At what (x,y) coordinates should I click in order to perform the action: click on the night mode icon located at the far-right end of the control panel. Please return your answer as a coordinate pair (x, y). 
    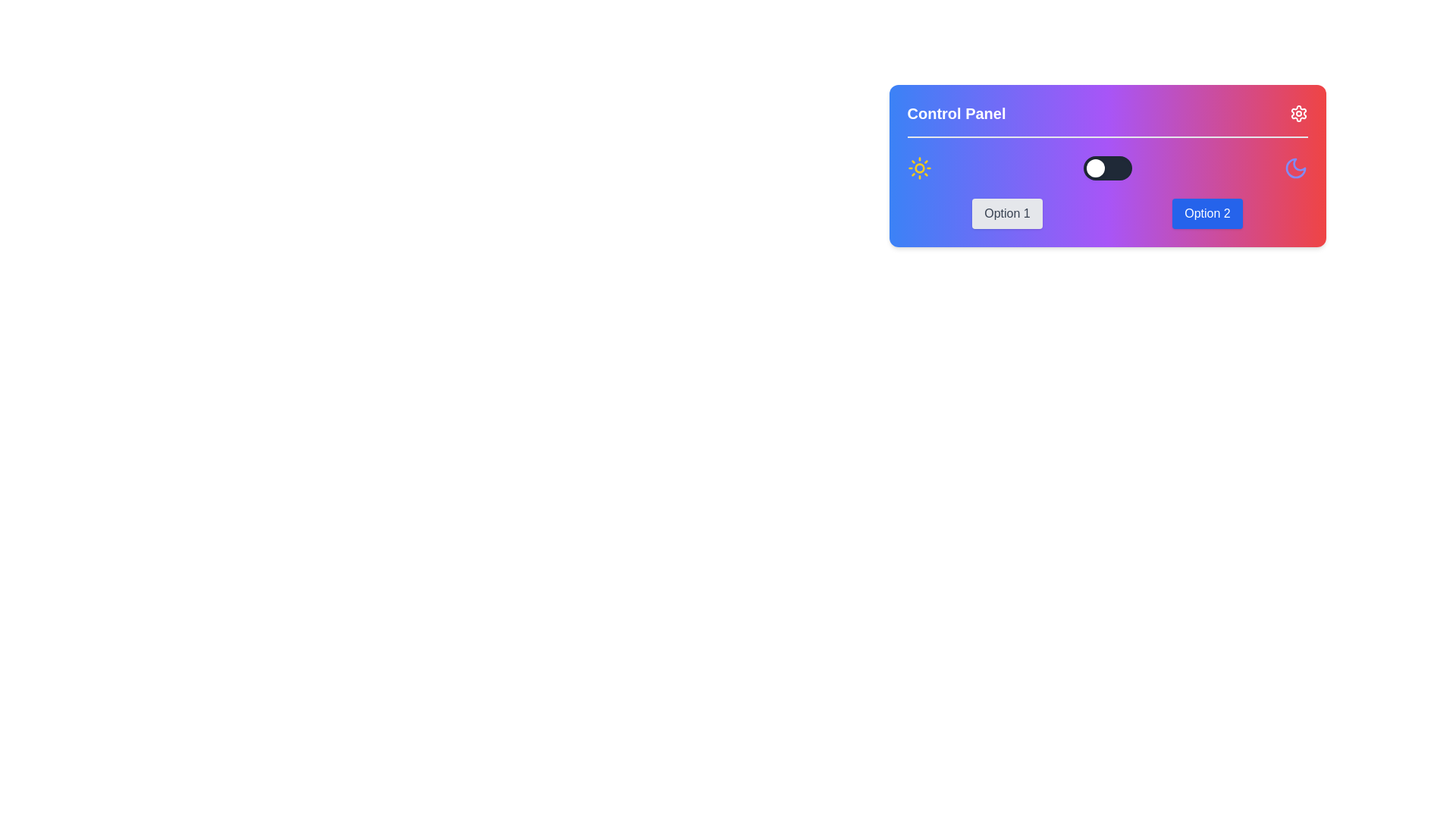
    Looking at the image, I should click on (1294, 168).